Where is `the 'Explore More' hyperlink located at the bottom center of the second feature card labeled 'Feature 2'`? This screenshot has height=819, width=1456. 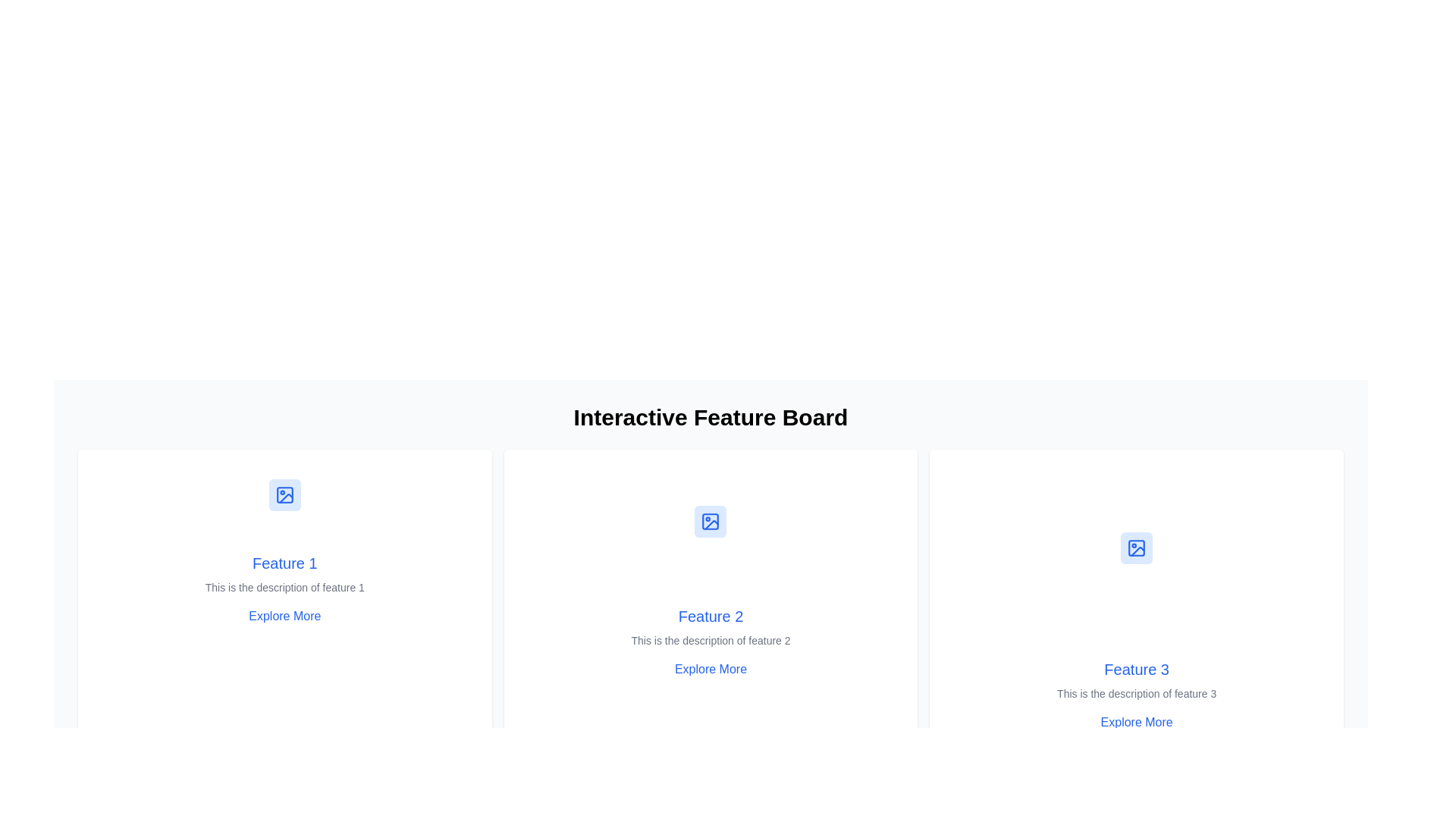 the 'Explore More' hyperlink located at the bottom center of the second feature card labeled 'Feature 2' is located at coordinates (710, 669).